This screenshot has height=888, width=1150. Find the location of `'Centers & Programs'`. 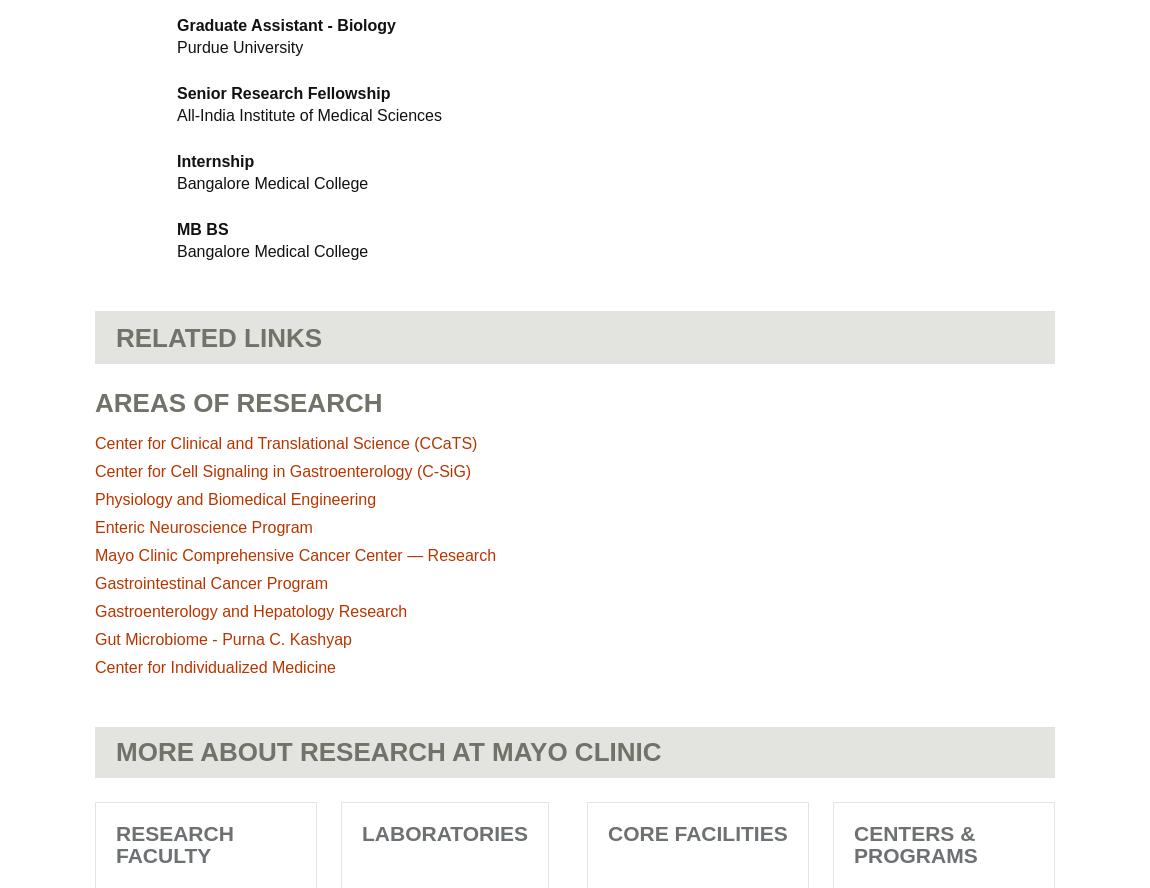

'Centers & Programs' is located at coordinates (915, 843).